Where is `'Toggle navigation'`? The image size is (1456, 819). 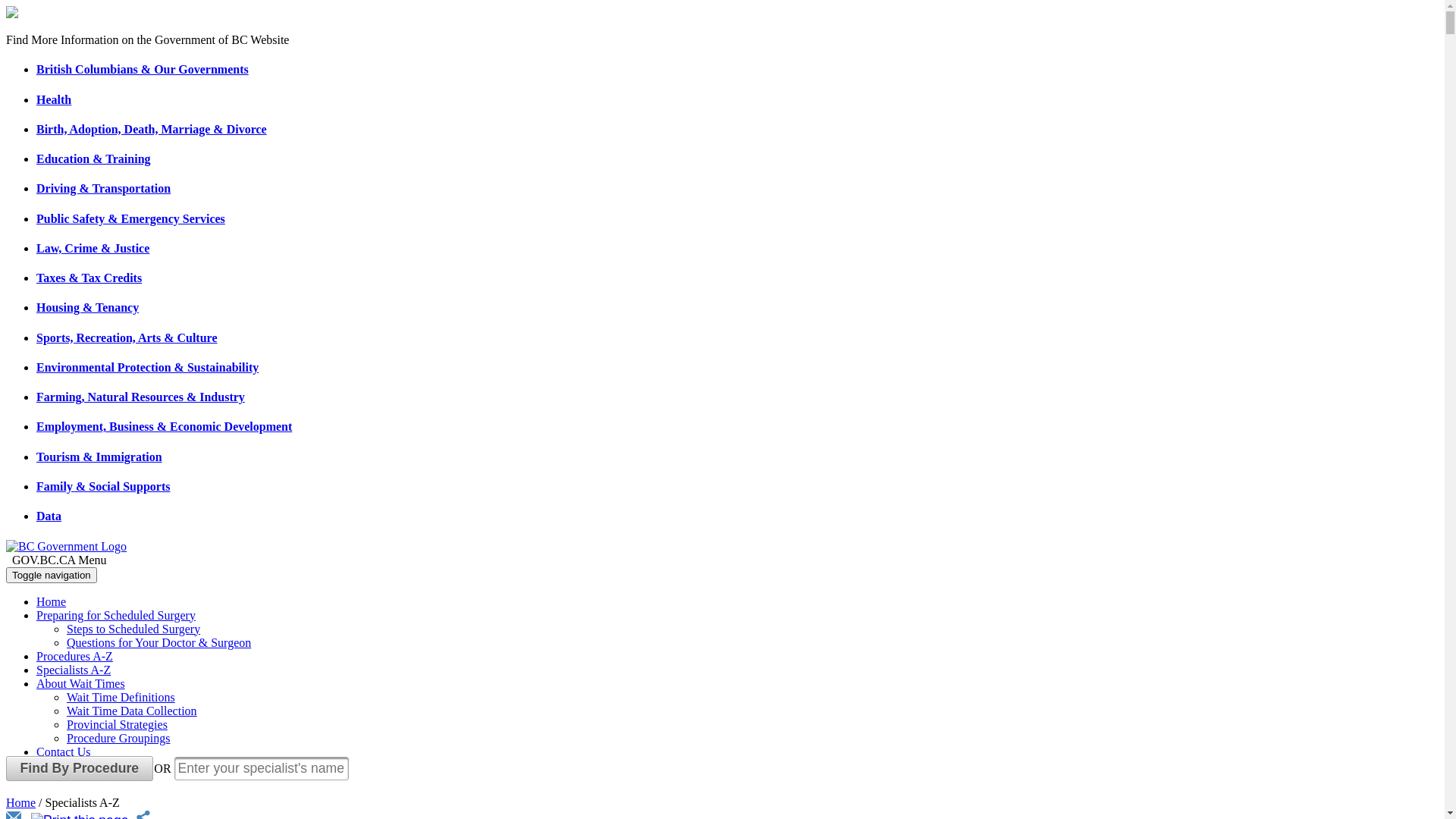
'Toggle navigation' is located at coordinates (51, 575).